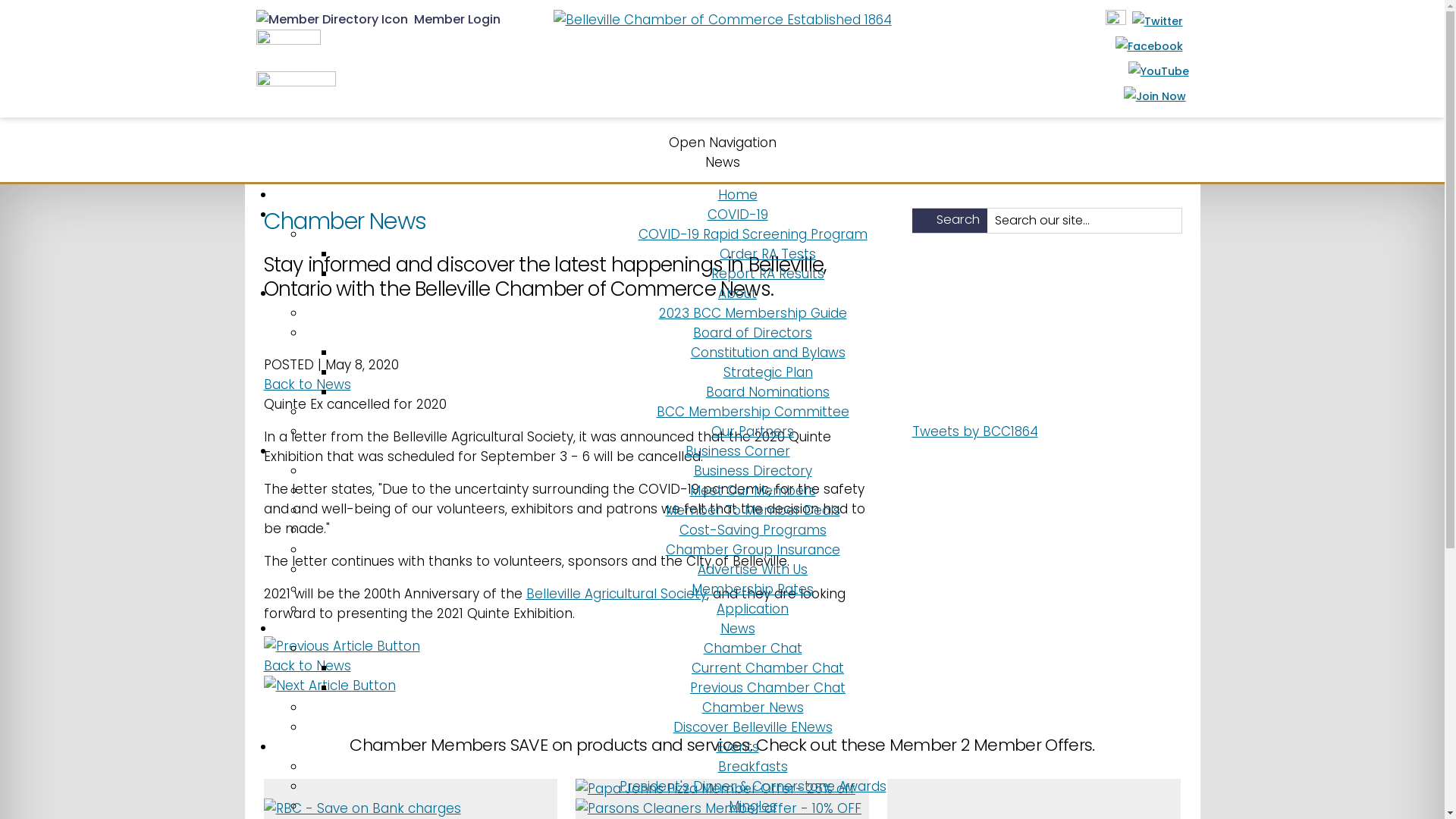  I want to click on 'Tweets by BCC1864', so click(974, 431).